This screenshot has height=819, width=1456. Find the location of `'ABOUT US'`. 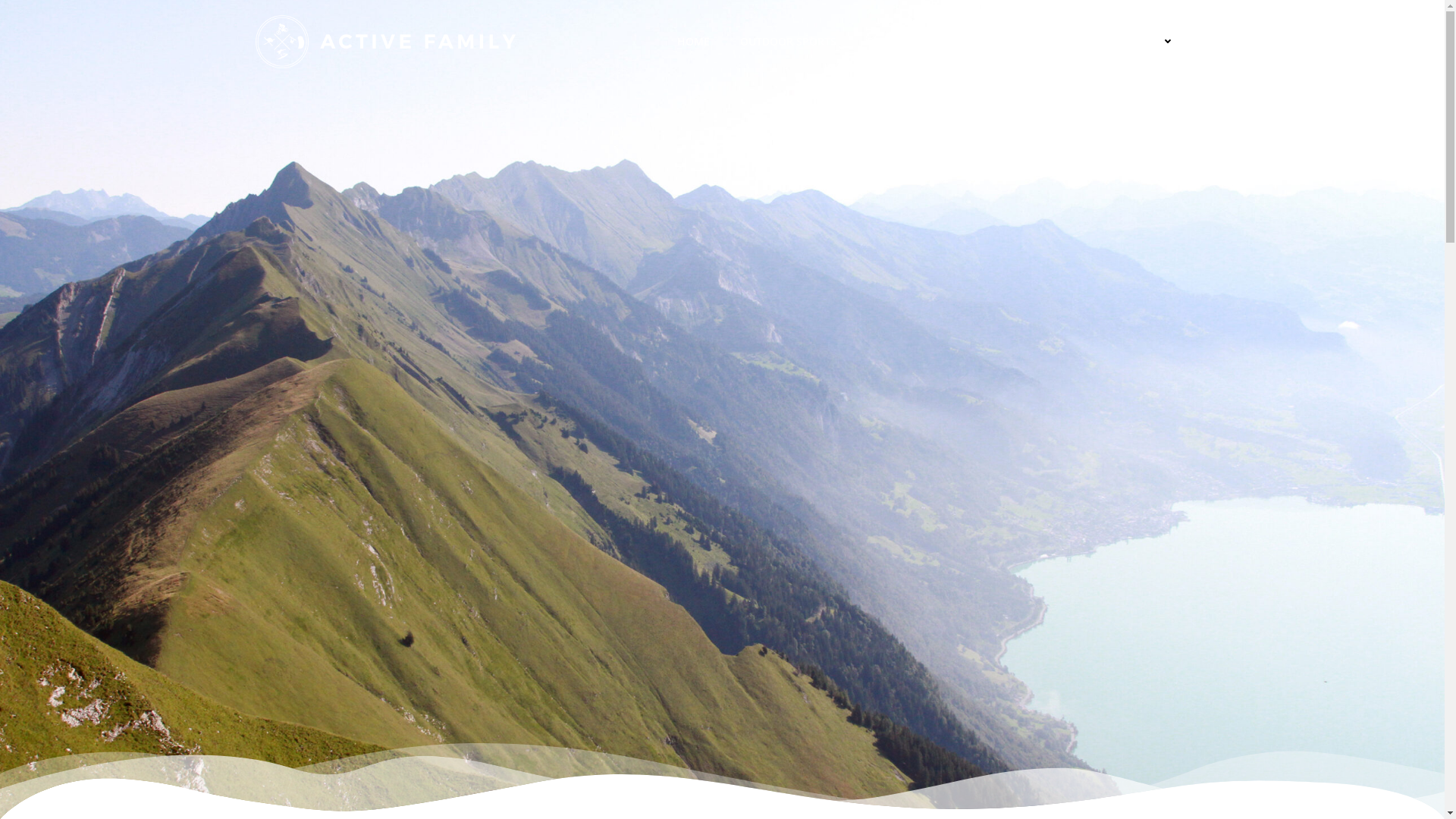

'ABOUT US' is located at coordinates (1141, 40).